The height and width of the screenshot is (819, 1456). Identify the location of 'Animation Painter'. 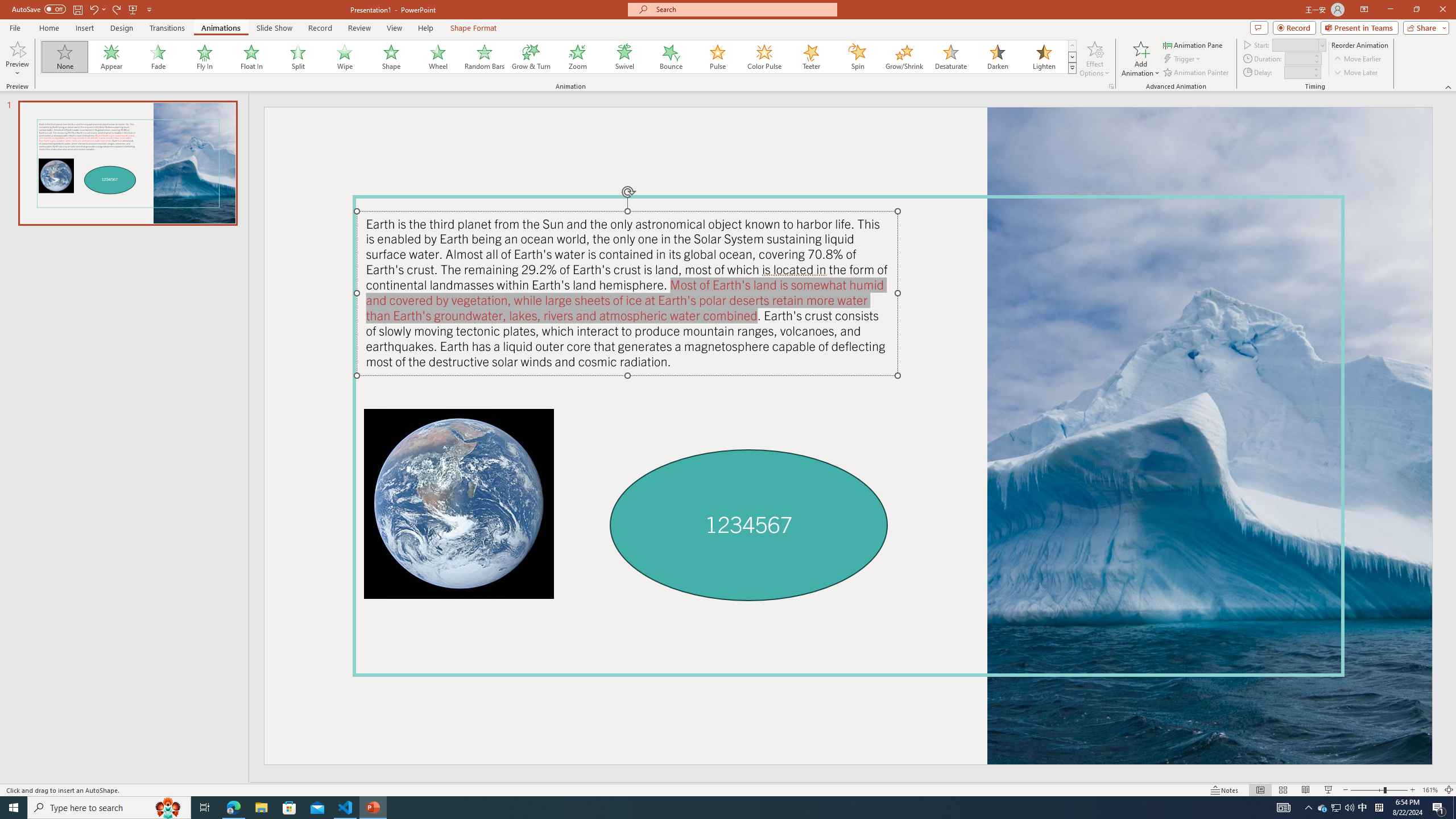
(1196, 72).